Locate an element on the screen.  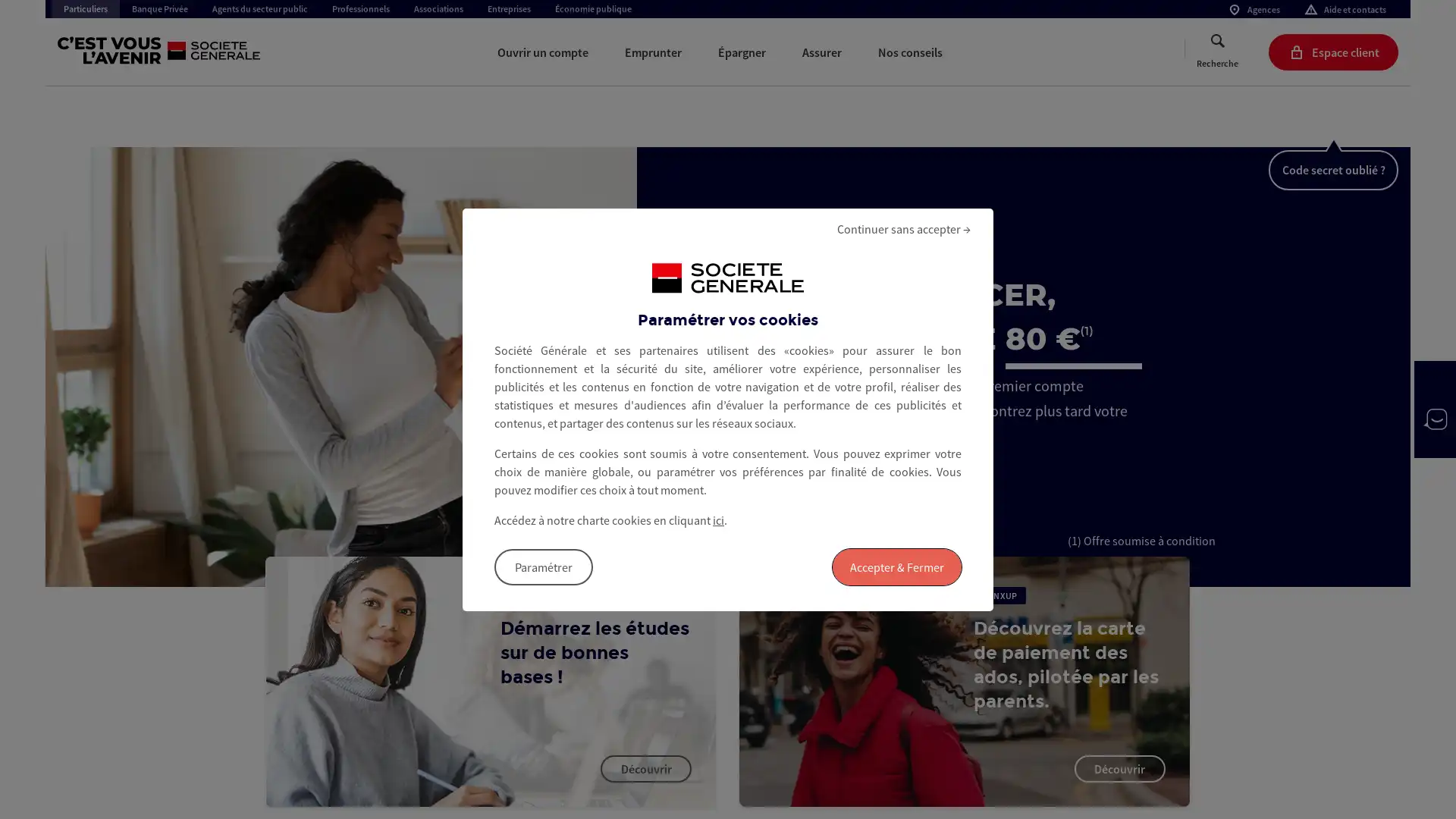
Recherche is located at coordinates (1217, 51).